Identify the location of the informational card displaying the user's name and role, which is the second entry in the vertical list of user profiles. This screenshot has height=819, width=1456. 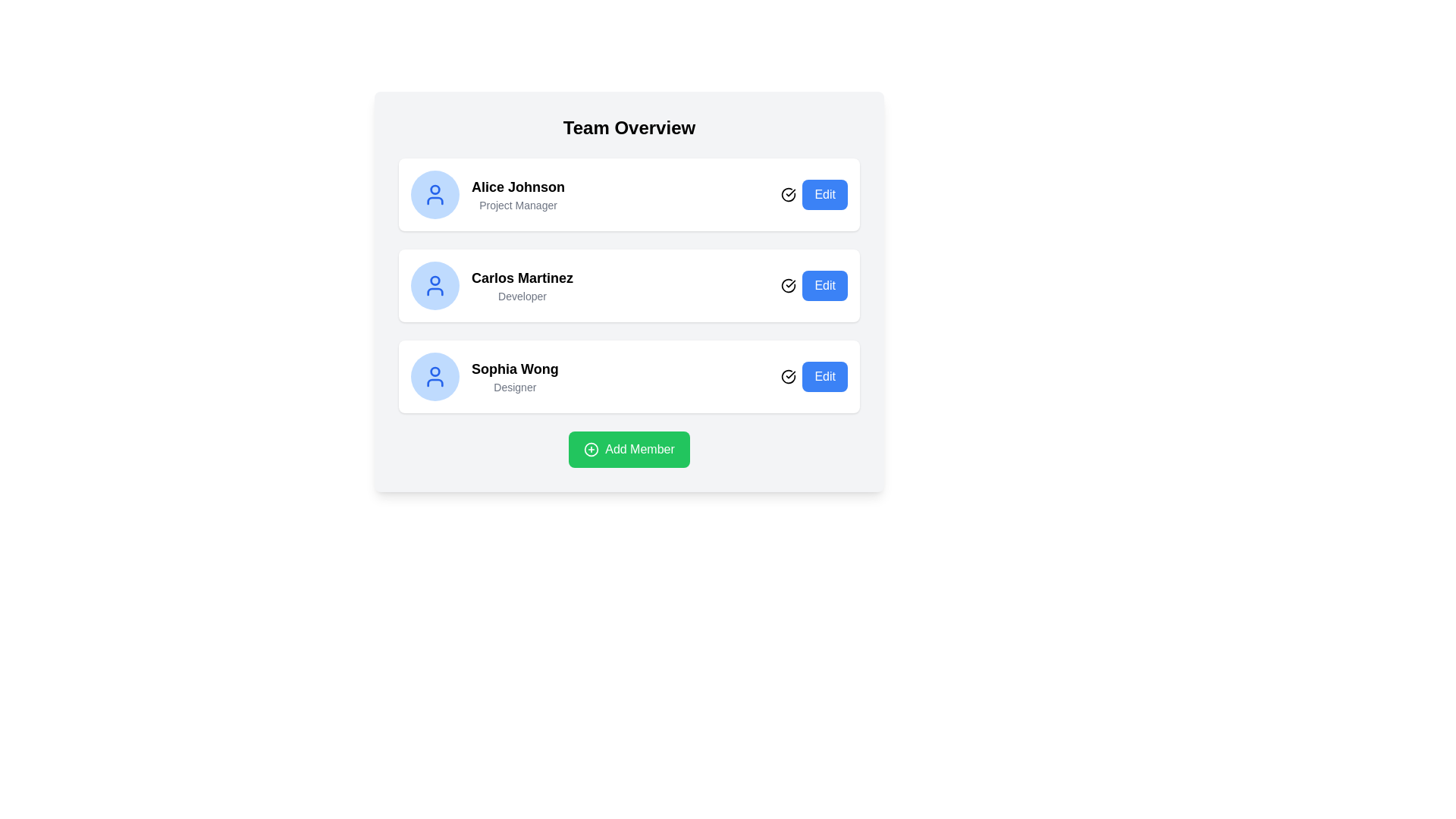
(491, 286).